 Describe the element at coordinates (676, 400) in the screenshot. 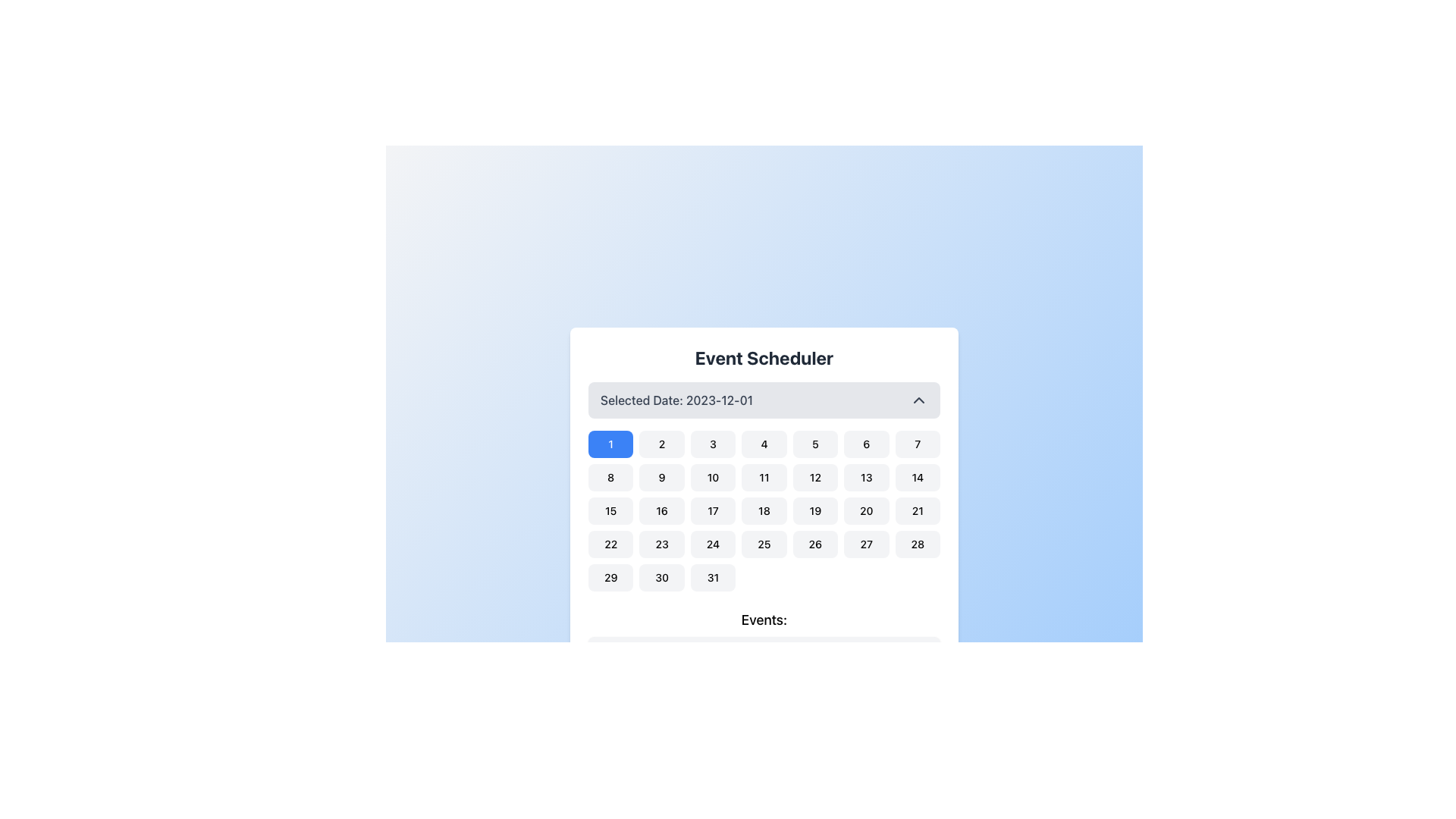

I see `the static text label displaying 'Selected Date: 2023-12-01'` at that location.